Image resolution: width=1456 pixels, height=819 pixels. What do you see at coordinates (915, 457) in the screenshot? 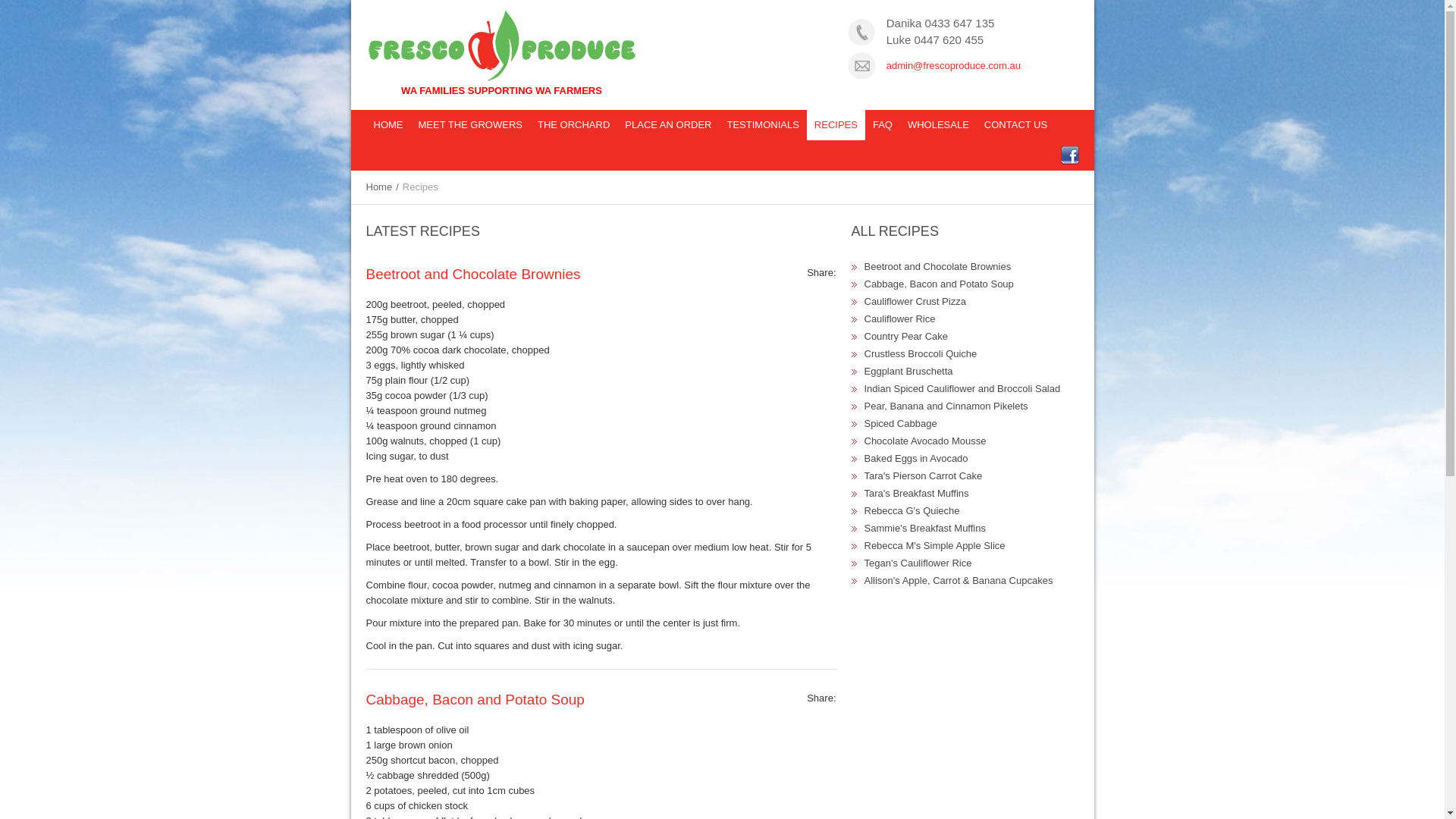
I see `'Baked Eggs in Avocado'` at bounding box center [915, 457].